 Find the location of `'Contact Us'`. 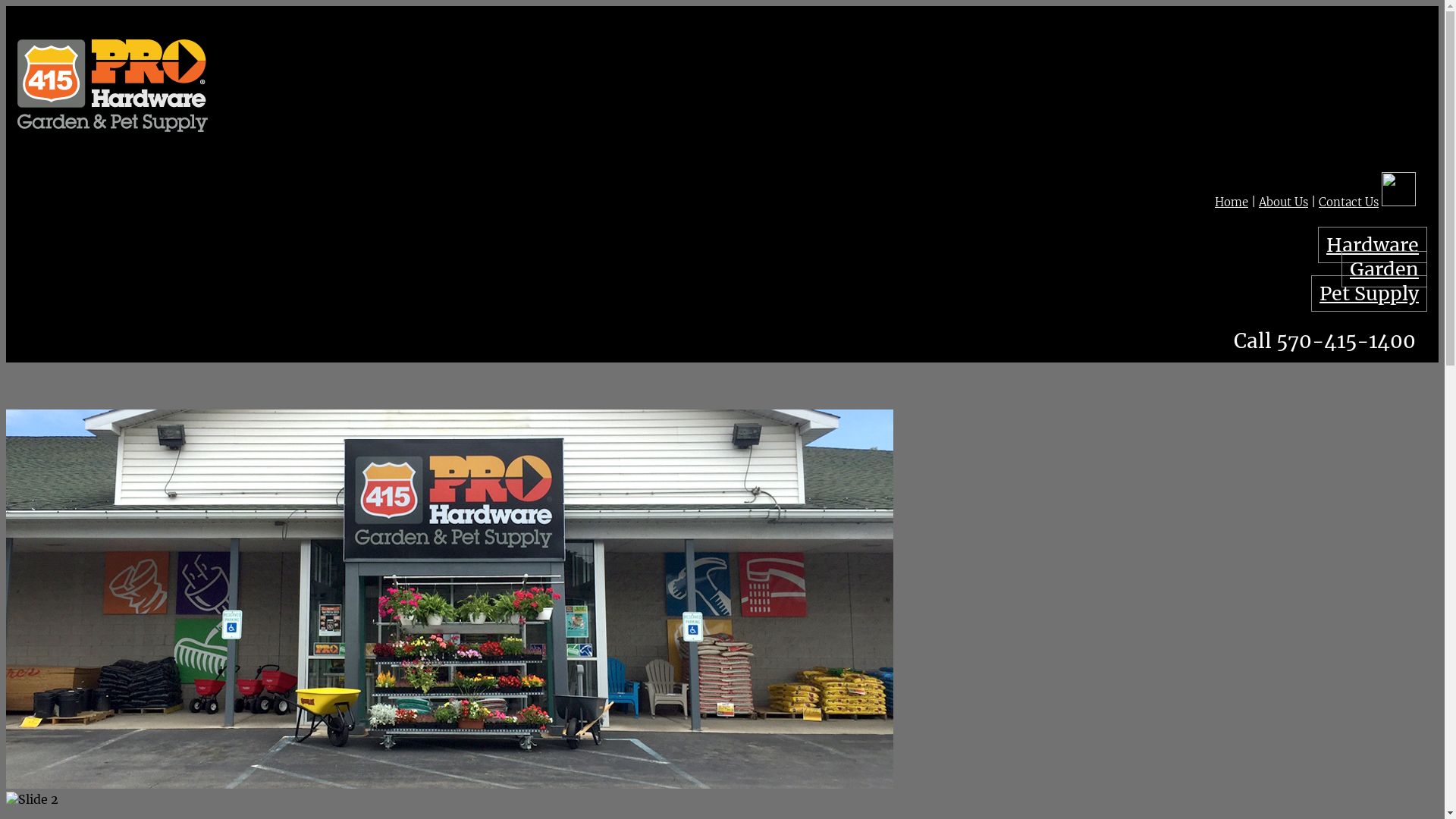

'Contact Us' is located at coordinates (1317, 201).